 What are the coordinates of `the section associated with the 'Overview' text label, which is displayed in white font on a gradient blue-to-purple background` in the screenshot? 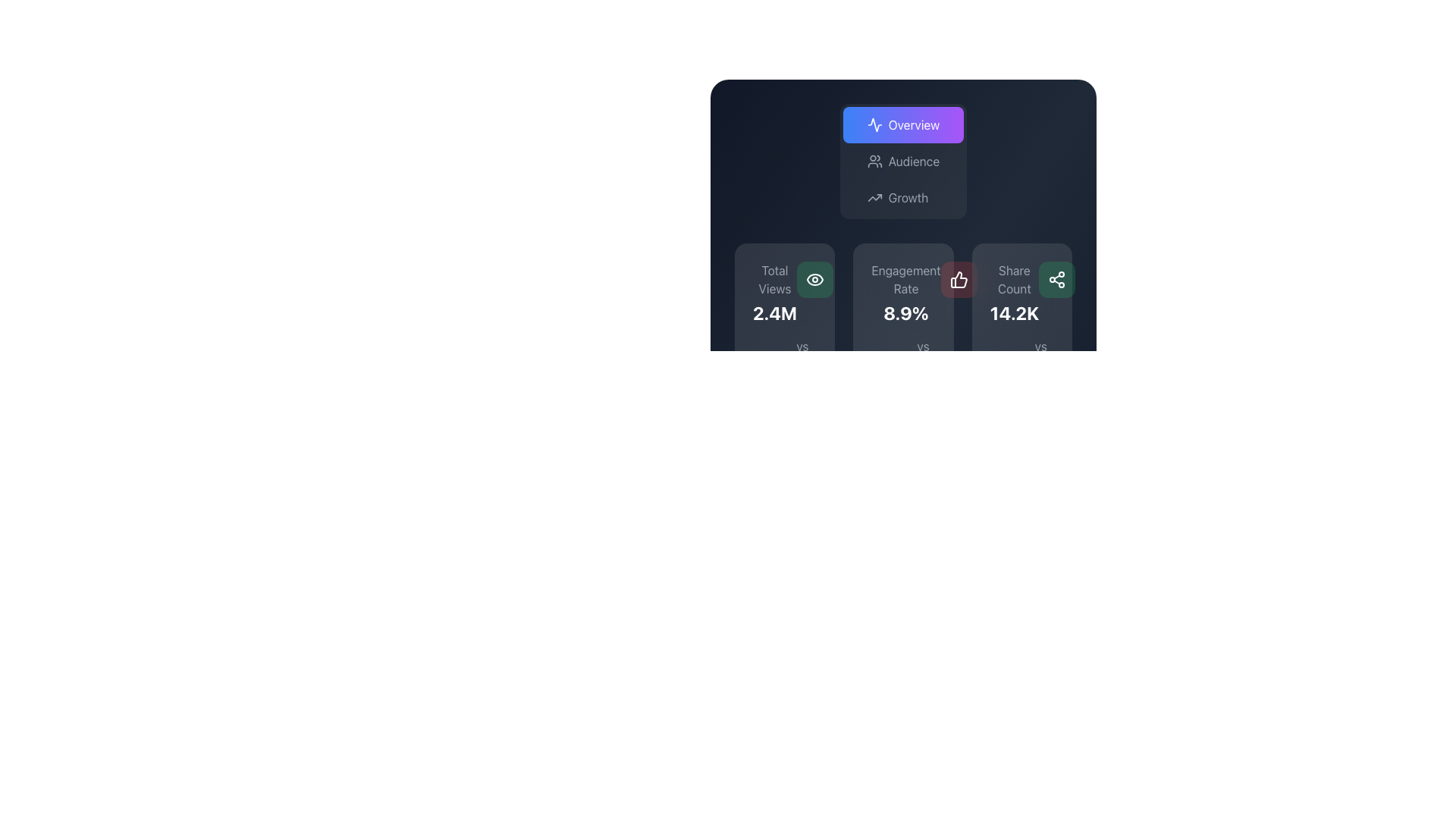 It's located at (913, 124).